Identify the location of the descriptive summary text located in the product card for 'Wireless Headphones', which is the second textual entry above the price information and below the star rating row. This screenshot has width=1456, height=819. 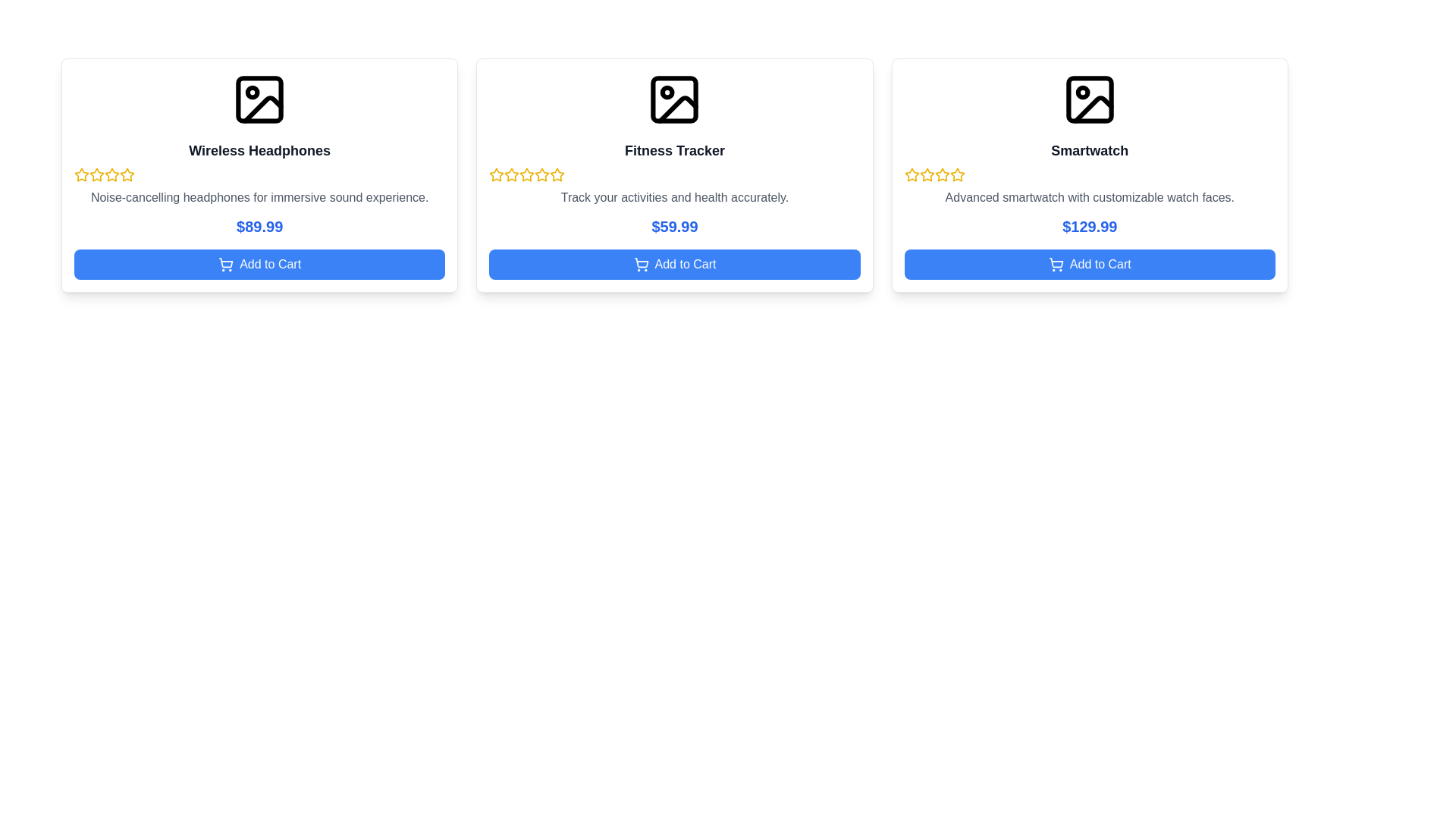
(259, 197).